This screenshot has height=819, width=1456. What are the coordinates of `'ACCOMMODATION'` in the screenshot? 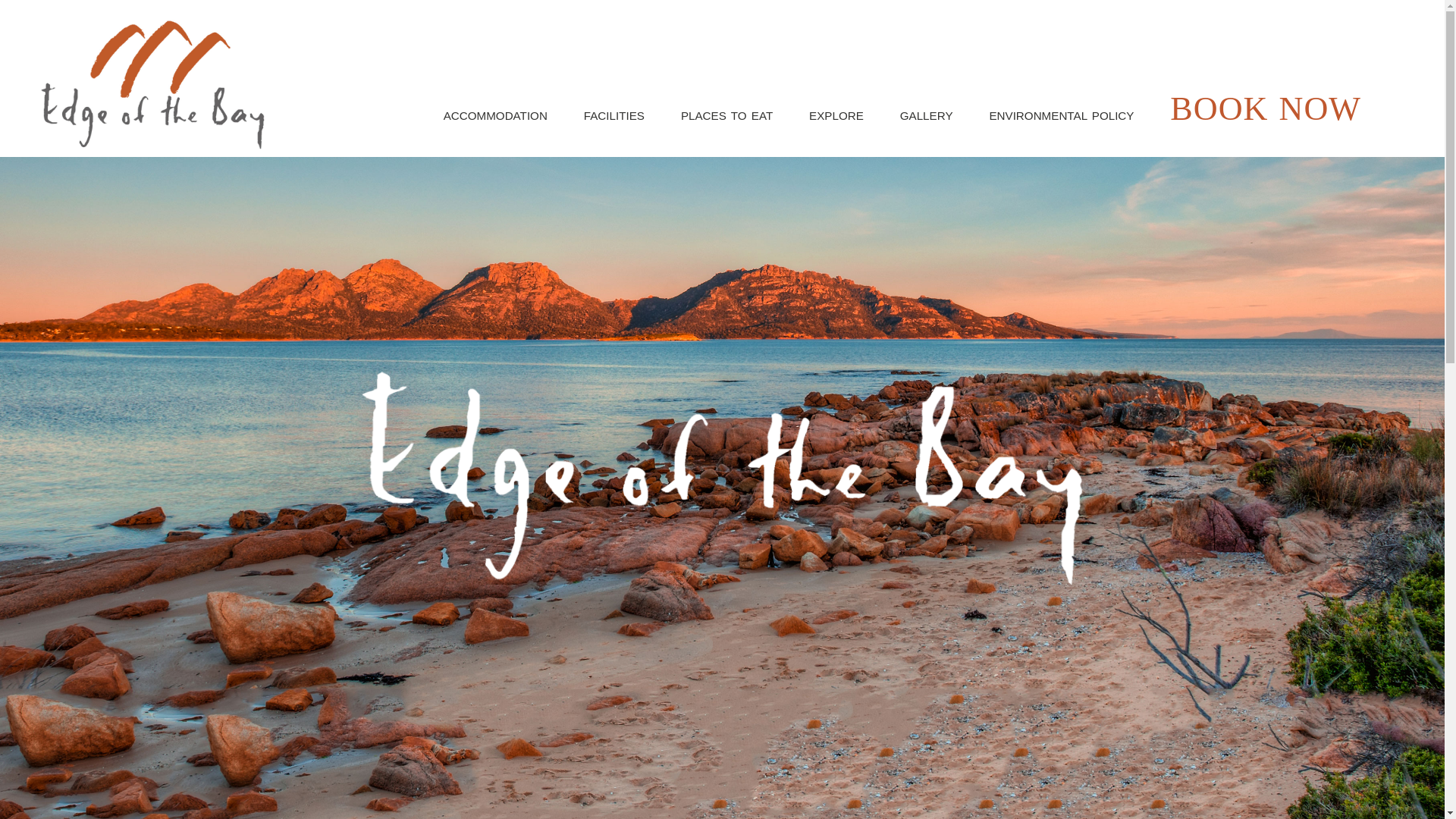 It's located at (494, 115).